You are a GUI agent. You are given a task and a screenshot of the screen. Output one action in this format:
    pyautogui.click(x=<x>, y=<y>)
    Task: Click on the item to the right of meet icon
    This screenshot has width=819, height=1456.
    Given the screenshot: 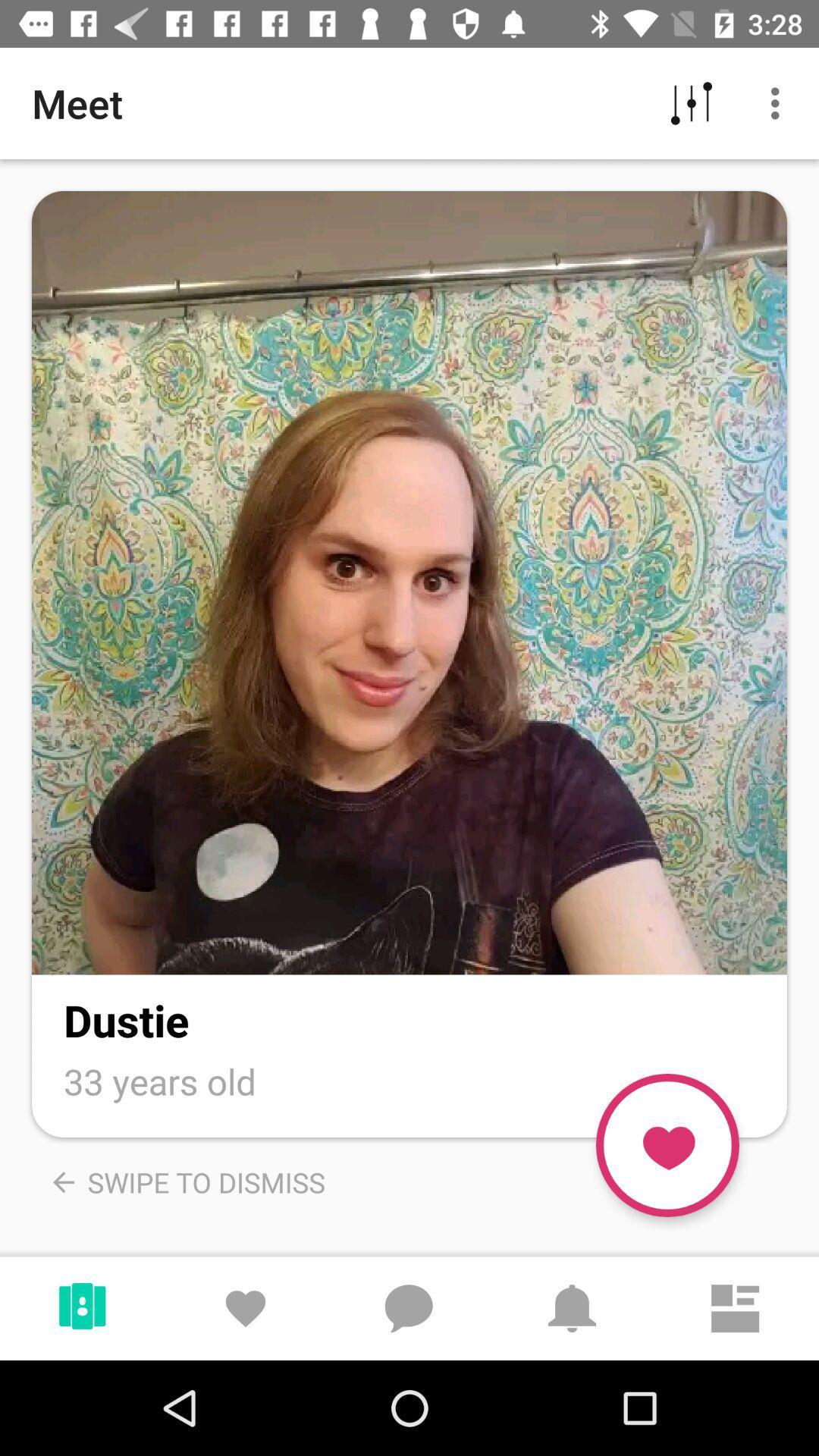 What is the action you would take?
    pyautogui.click(x=691, y=102)
    